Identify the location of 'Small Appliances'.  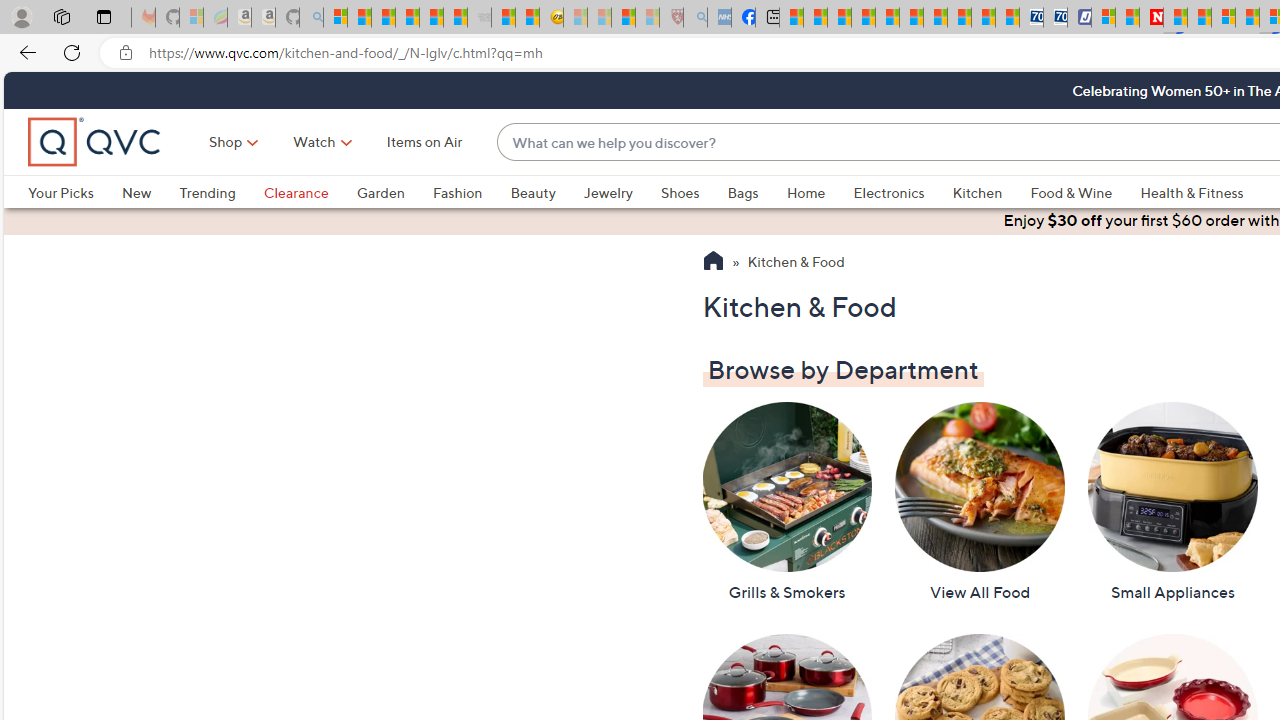
(1173, 501).